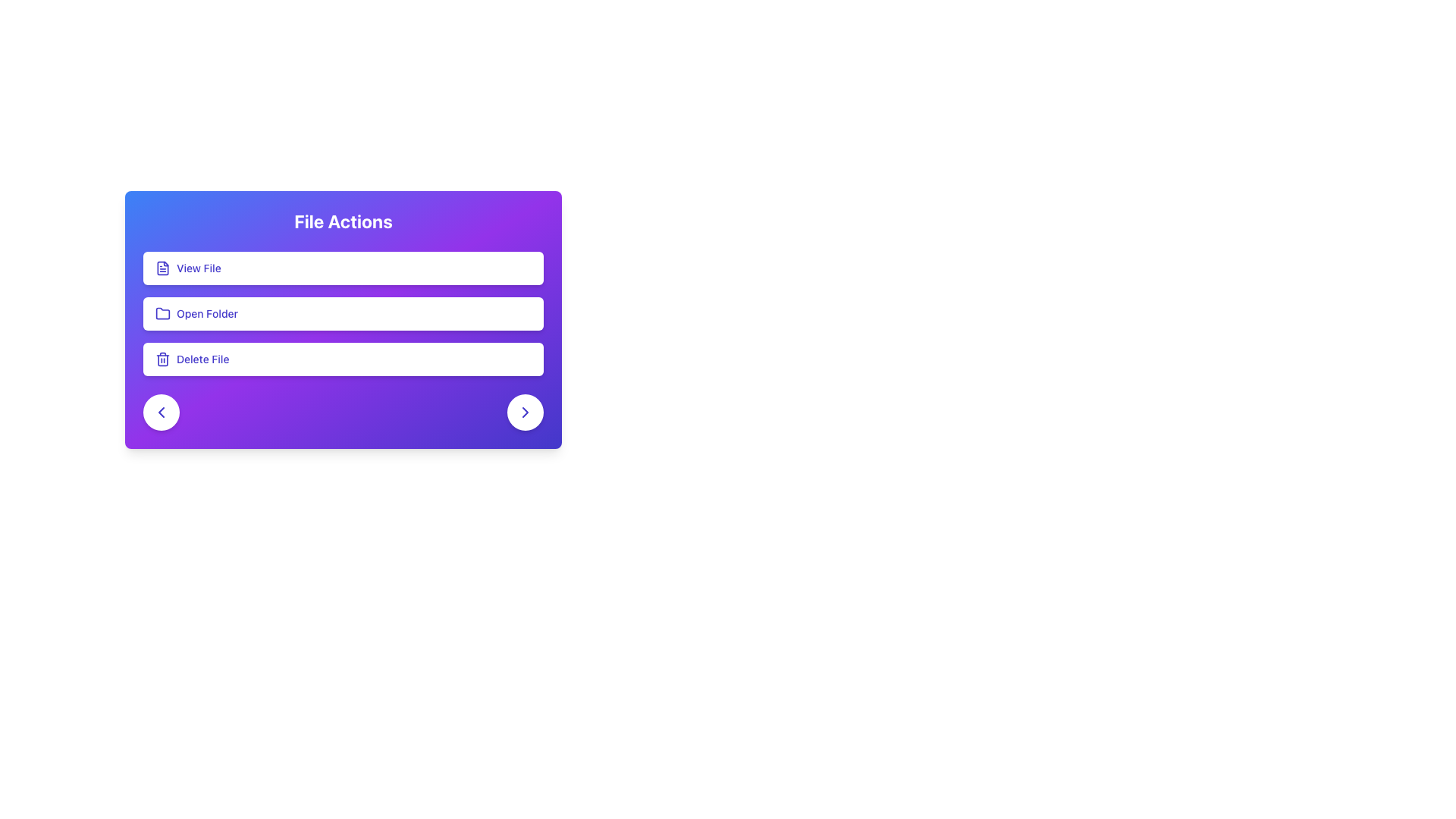  Describe the element at coordinates (163, 268) in the screenshot. I see `the 'View File' icon located` at that location.